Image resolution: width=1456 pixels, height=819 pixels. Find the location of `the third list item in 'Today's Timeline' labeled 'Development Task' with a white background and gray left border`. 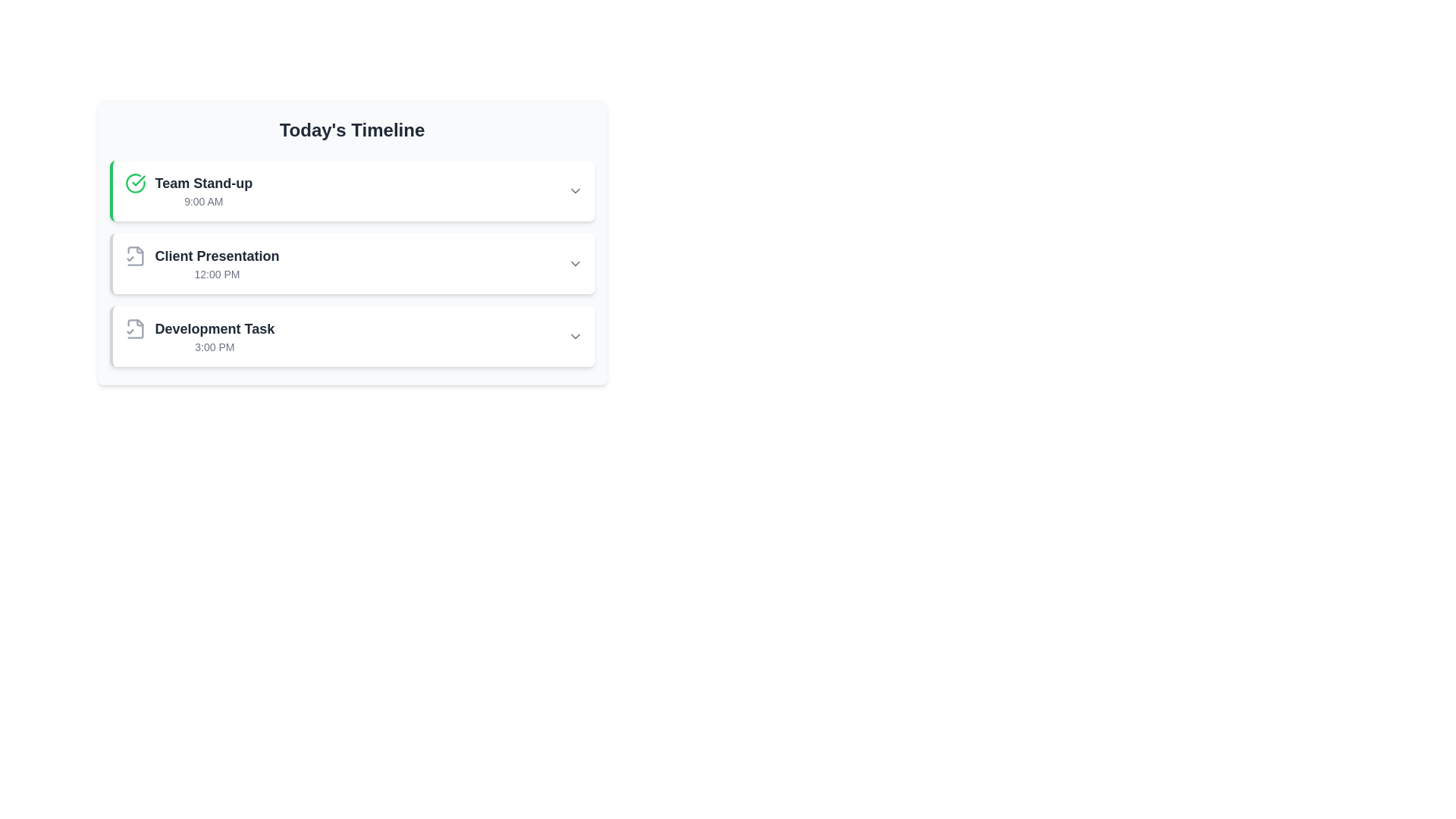

the third list item in 'Today's Timeline' labeled 'Development Task' with a white background and gray left border is located at coordinates (351, 335).